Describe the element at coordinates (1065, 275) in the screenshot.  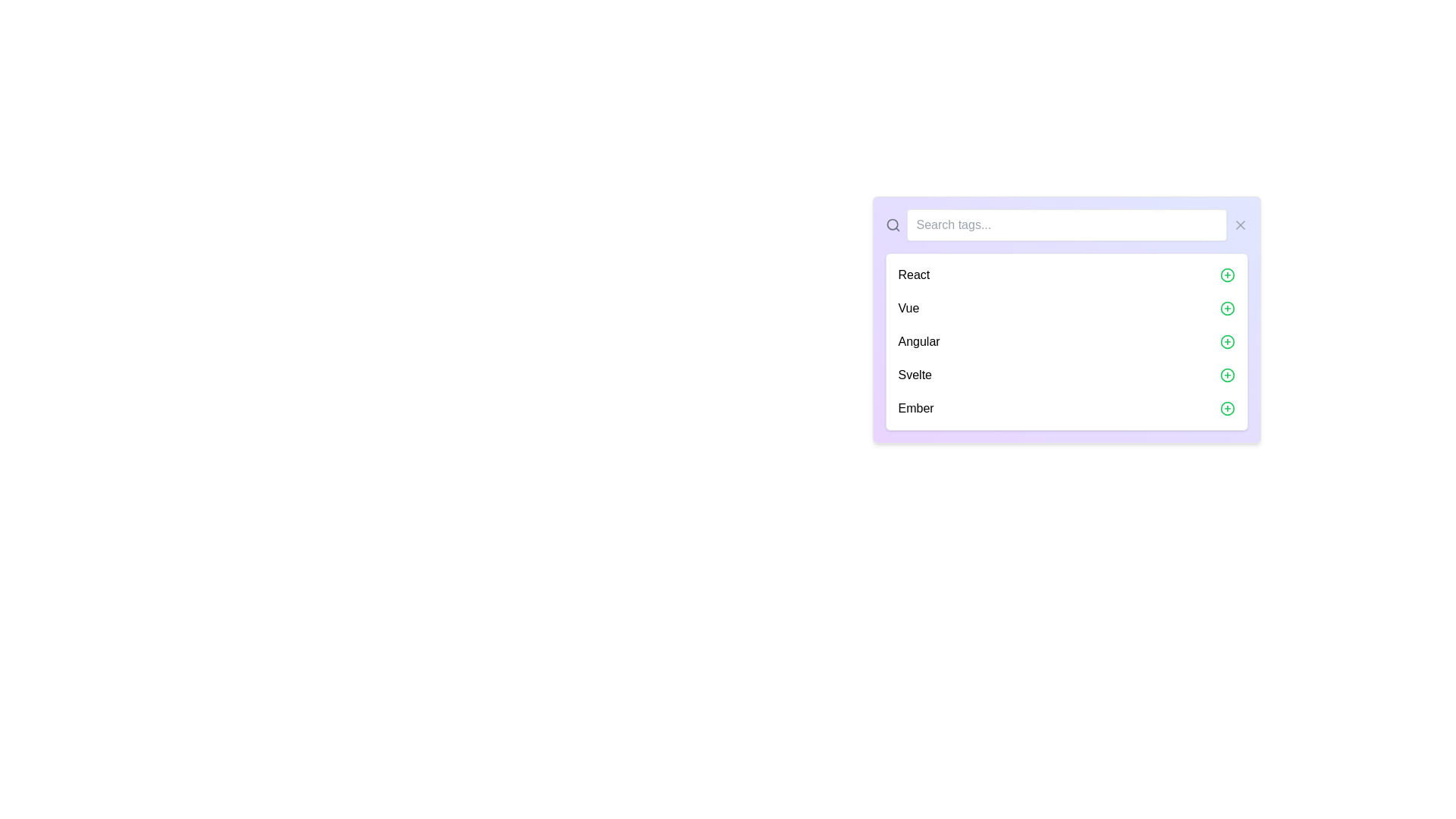
I see `the first item in the dropdown menu labeled 'React'` at that location.